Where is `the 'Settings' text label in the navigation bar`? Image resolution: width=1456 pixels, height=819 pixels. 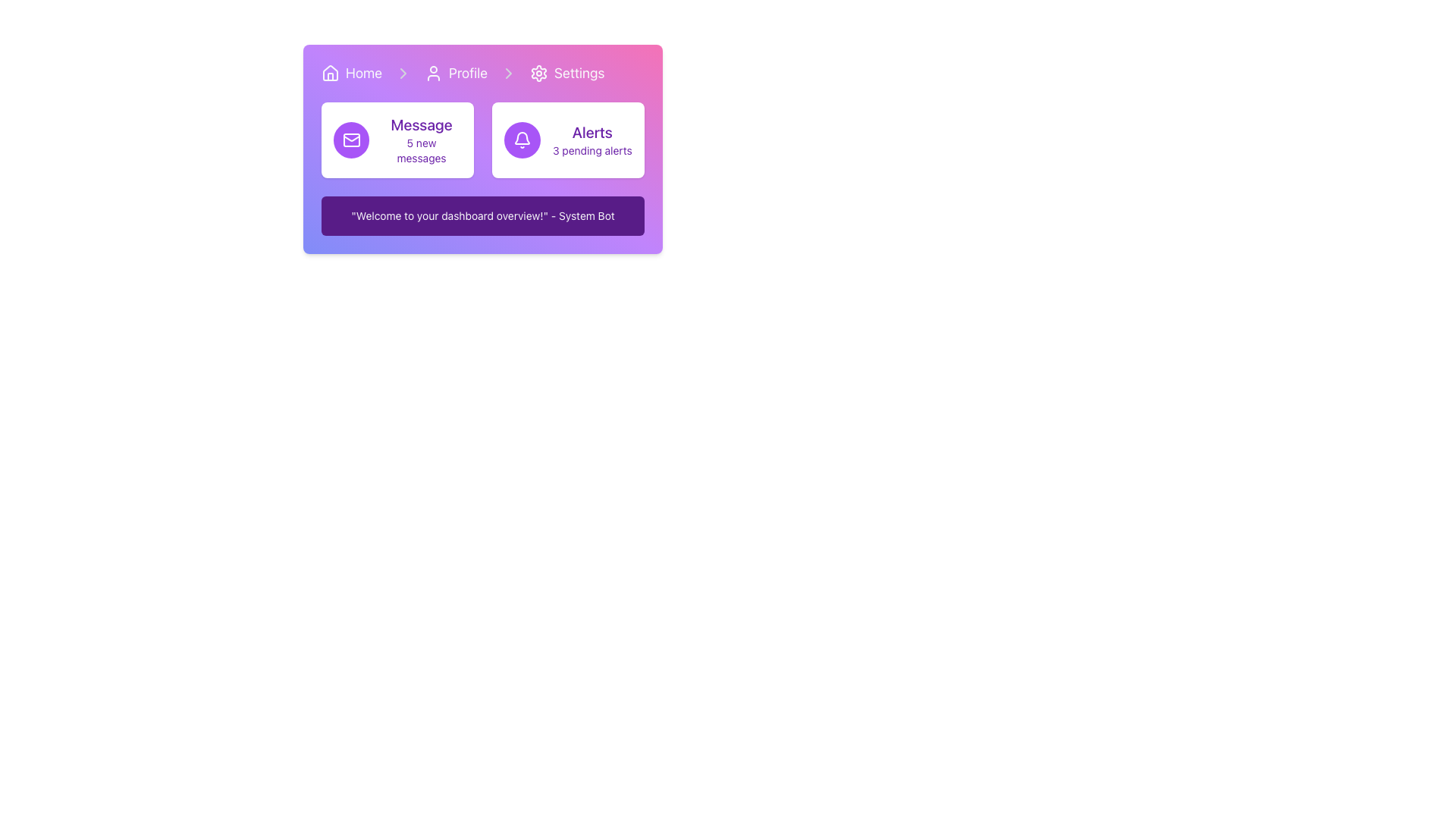 the 'Settings' text label in the navigation bar is located at coordinates (579, 73).